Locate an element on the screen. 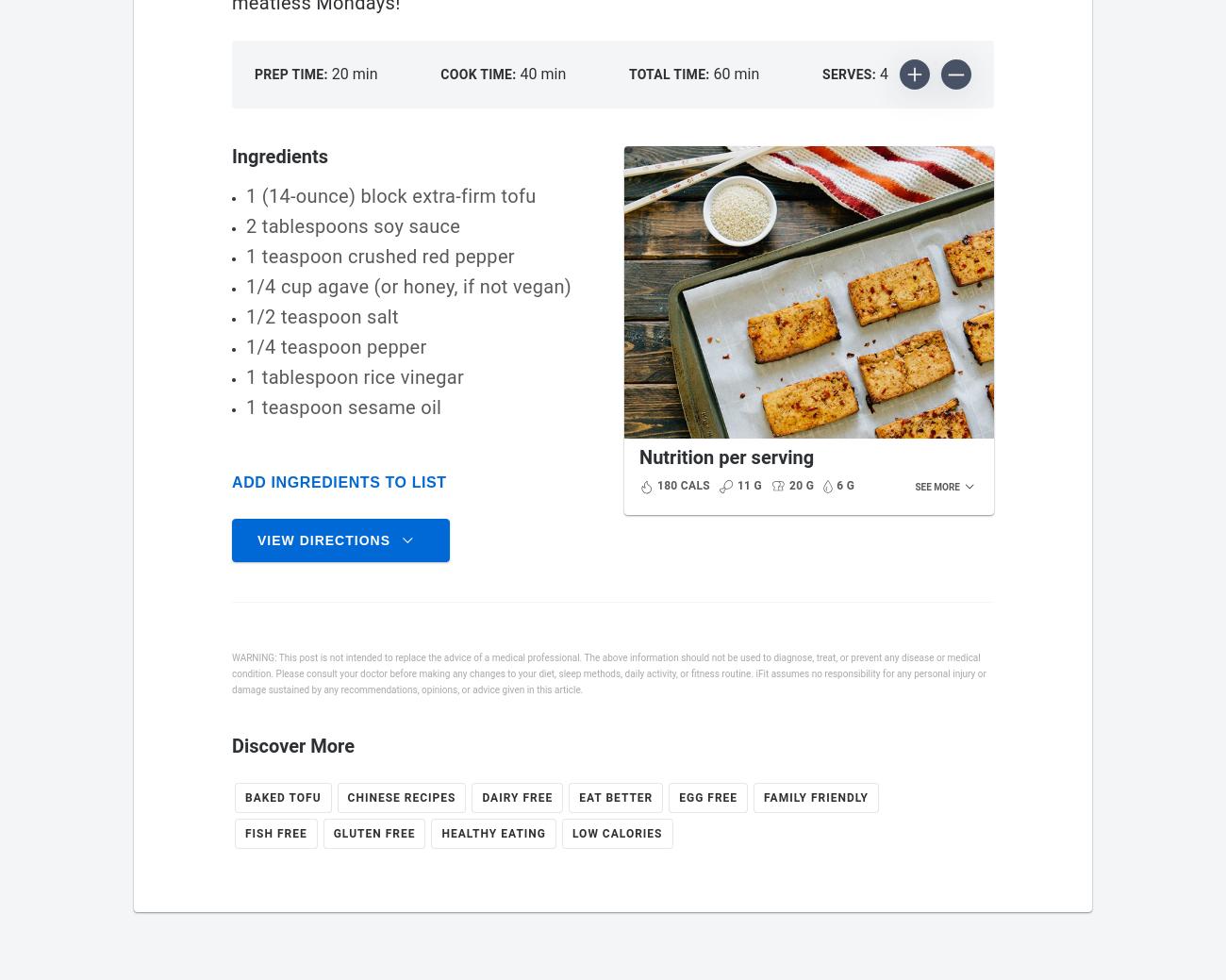  '1/2' is located at coordinates (260, 317).